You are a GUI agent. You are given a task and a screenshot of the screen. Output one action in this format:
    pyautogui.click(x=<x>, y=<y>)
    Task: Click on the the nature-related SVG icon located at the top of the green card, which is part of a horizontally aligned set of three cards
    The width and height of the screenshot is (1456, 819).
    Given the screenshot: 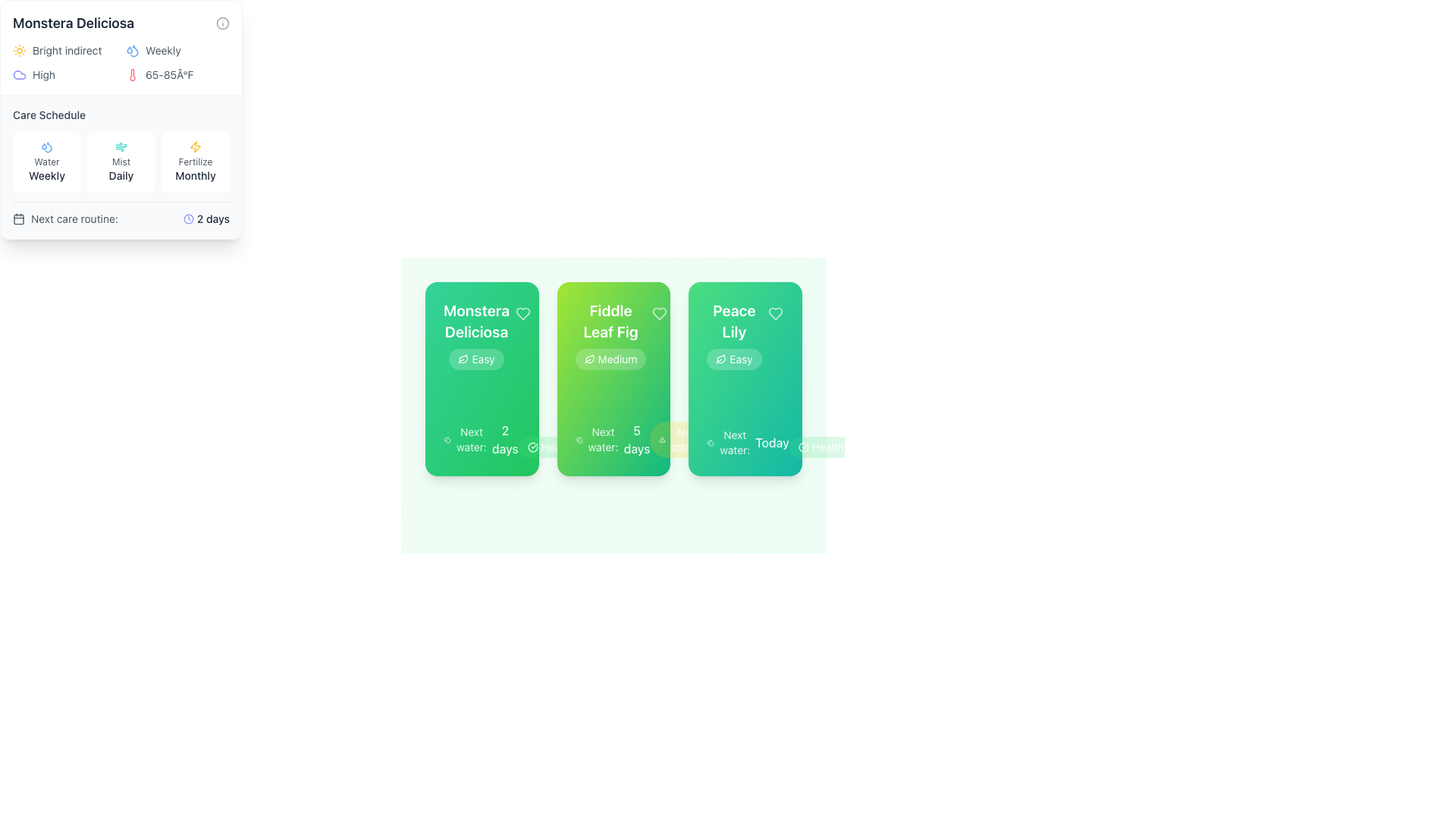 What is the action you would take?
    pyautogui.click(x=588, y=359)
    